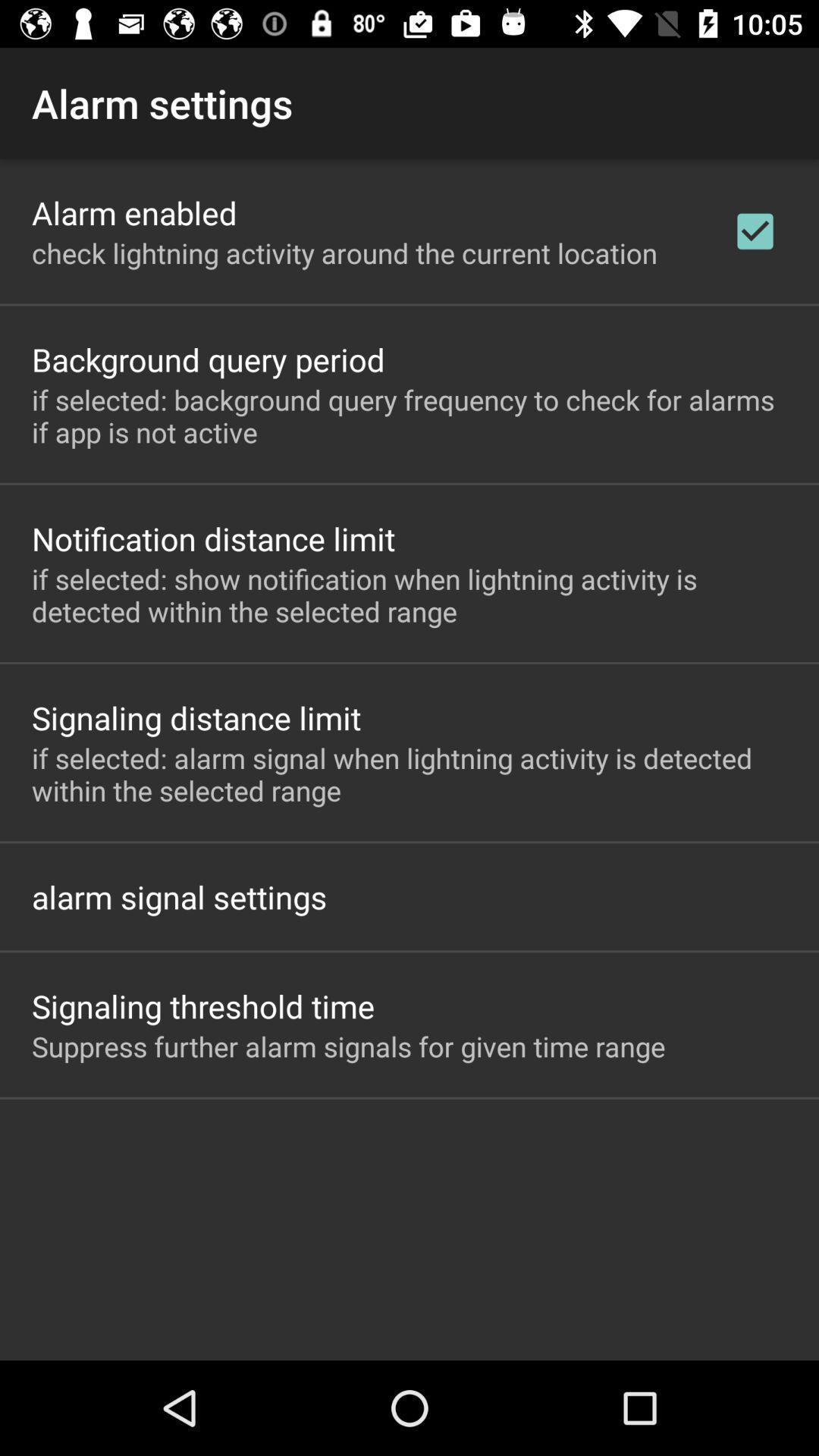 The height and width of the screenshot is (1456, 819). What do you see at coordinates (348, 1046) in the screenshot?
I see `suppress further alarm icon` at bounding box center [348, 1046].